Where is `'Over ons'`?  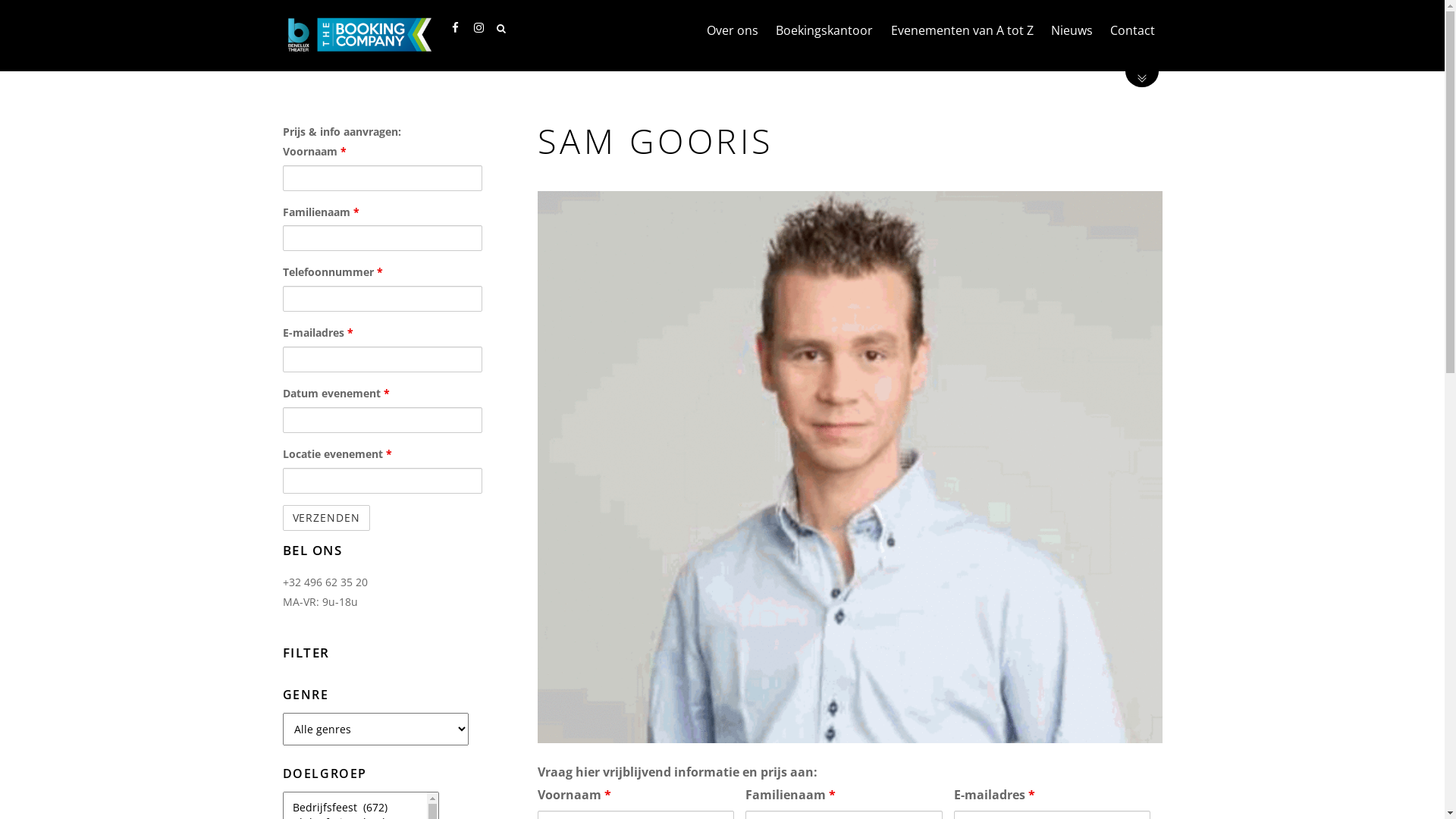 'Over ons' is located at coordinates (733, 30).